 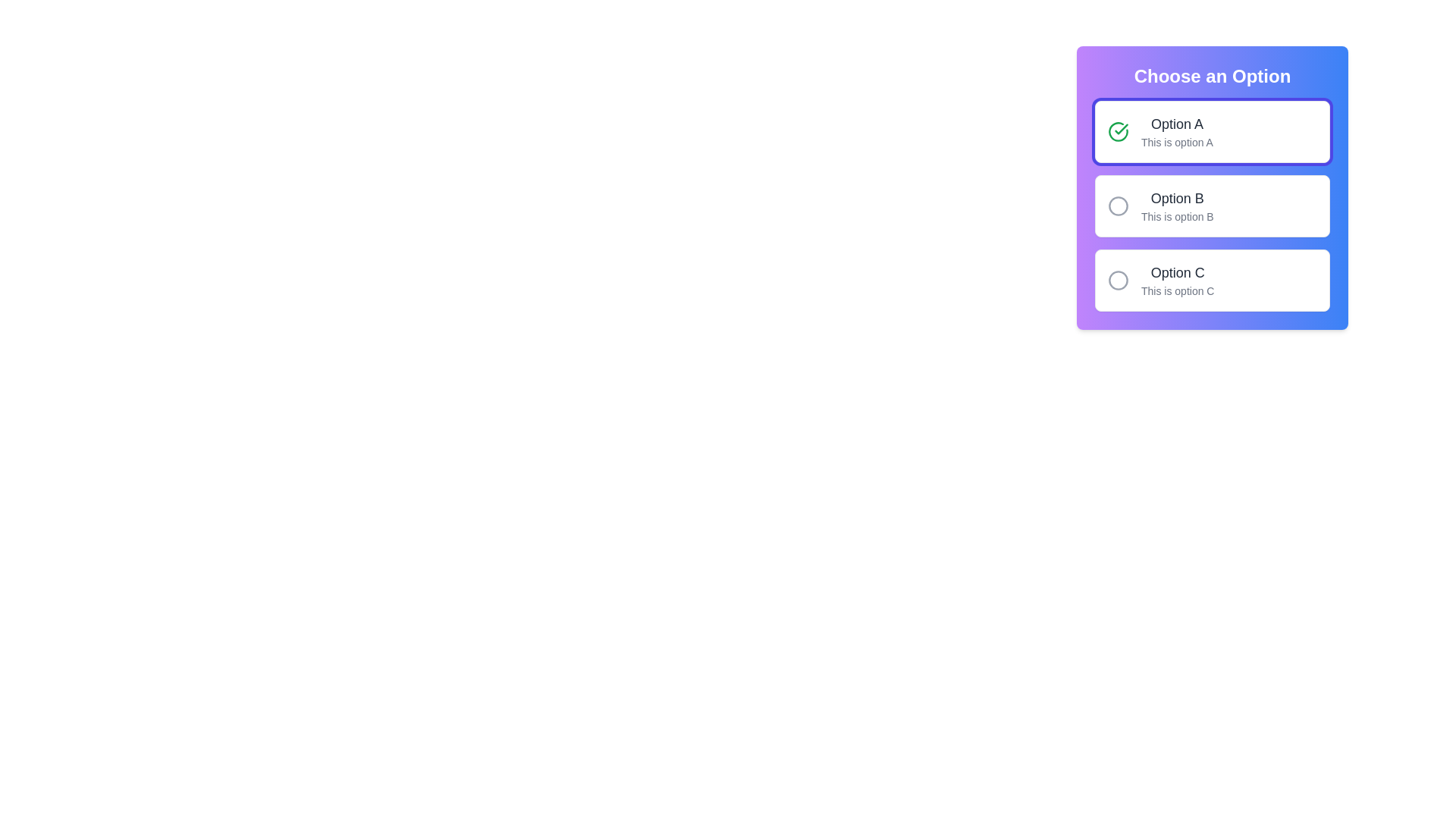 What do you see at coordinates (1211, 281) in the screenshot?
I see `the third selectable list item representing 'Option C' in the radio button group` at bounding box center [1211, 281].